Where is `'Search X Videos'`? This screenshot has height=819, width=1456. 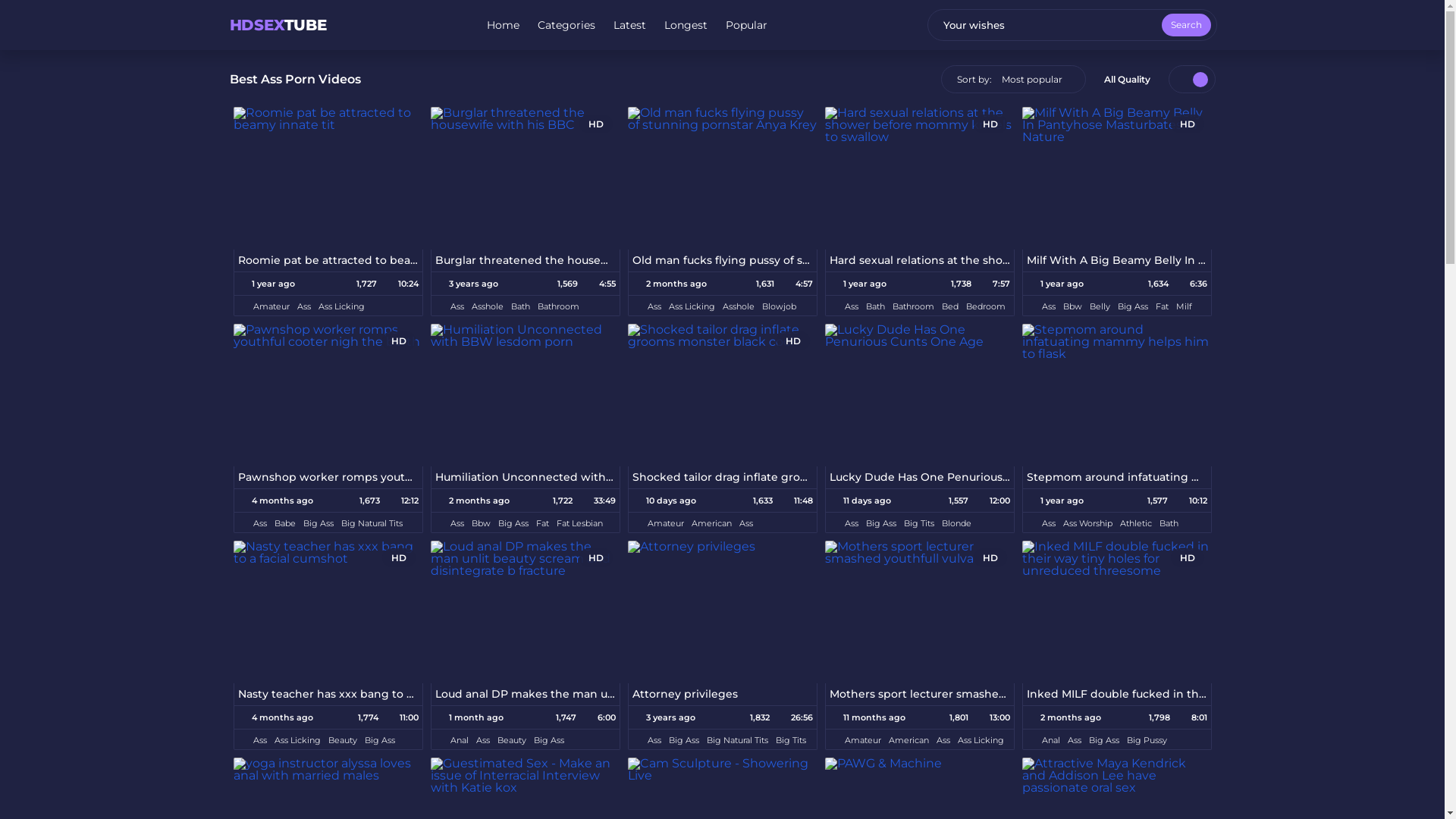 'Search X Videos' is located at coordinates (1070, 25).